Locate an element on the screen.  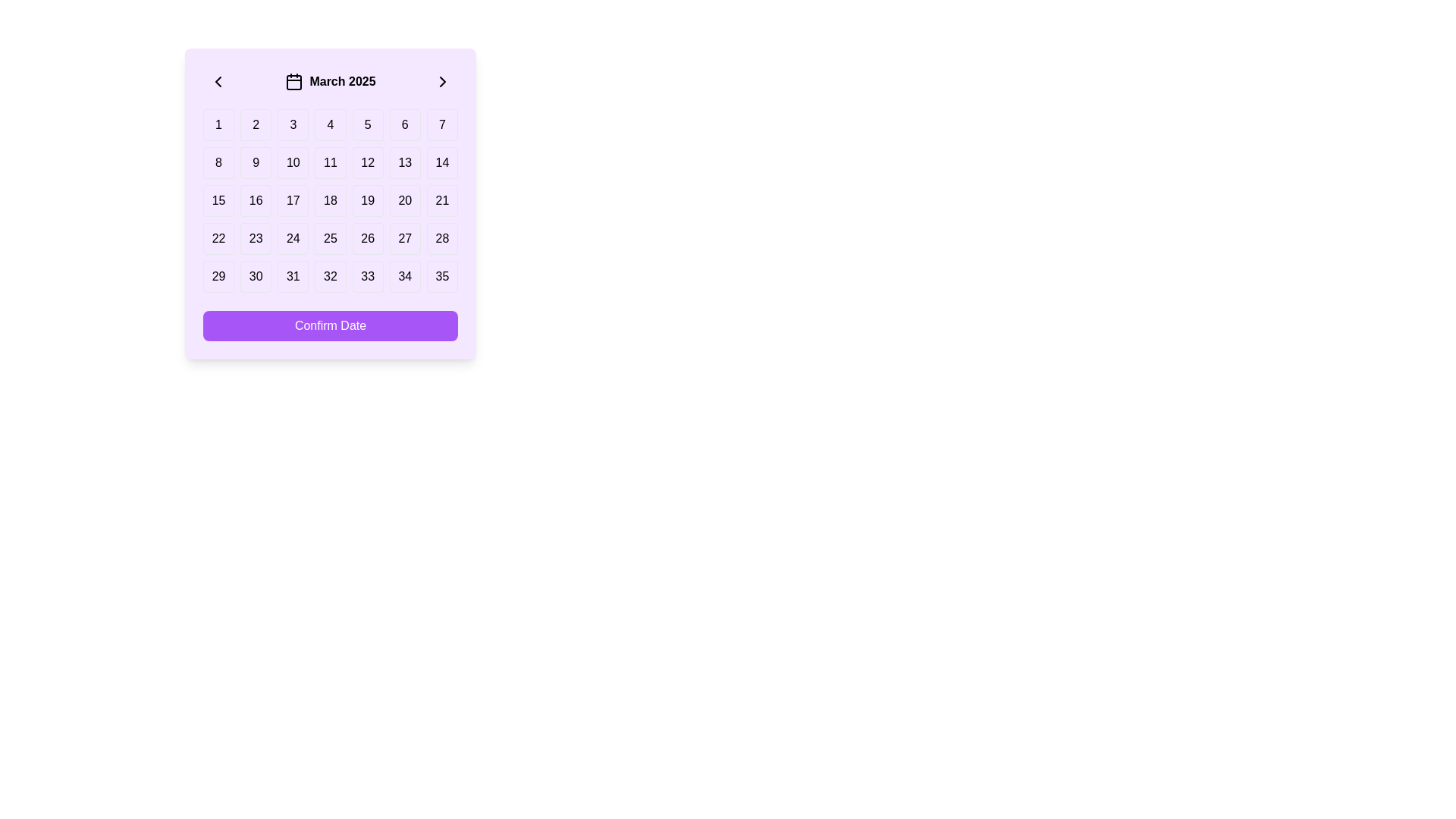
the selectable date button representing the 10th day of March 2025 in the calendar interface is located at coordinates (293, 163).